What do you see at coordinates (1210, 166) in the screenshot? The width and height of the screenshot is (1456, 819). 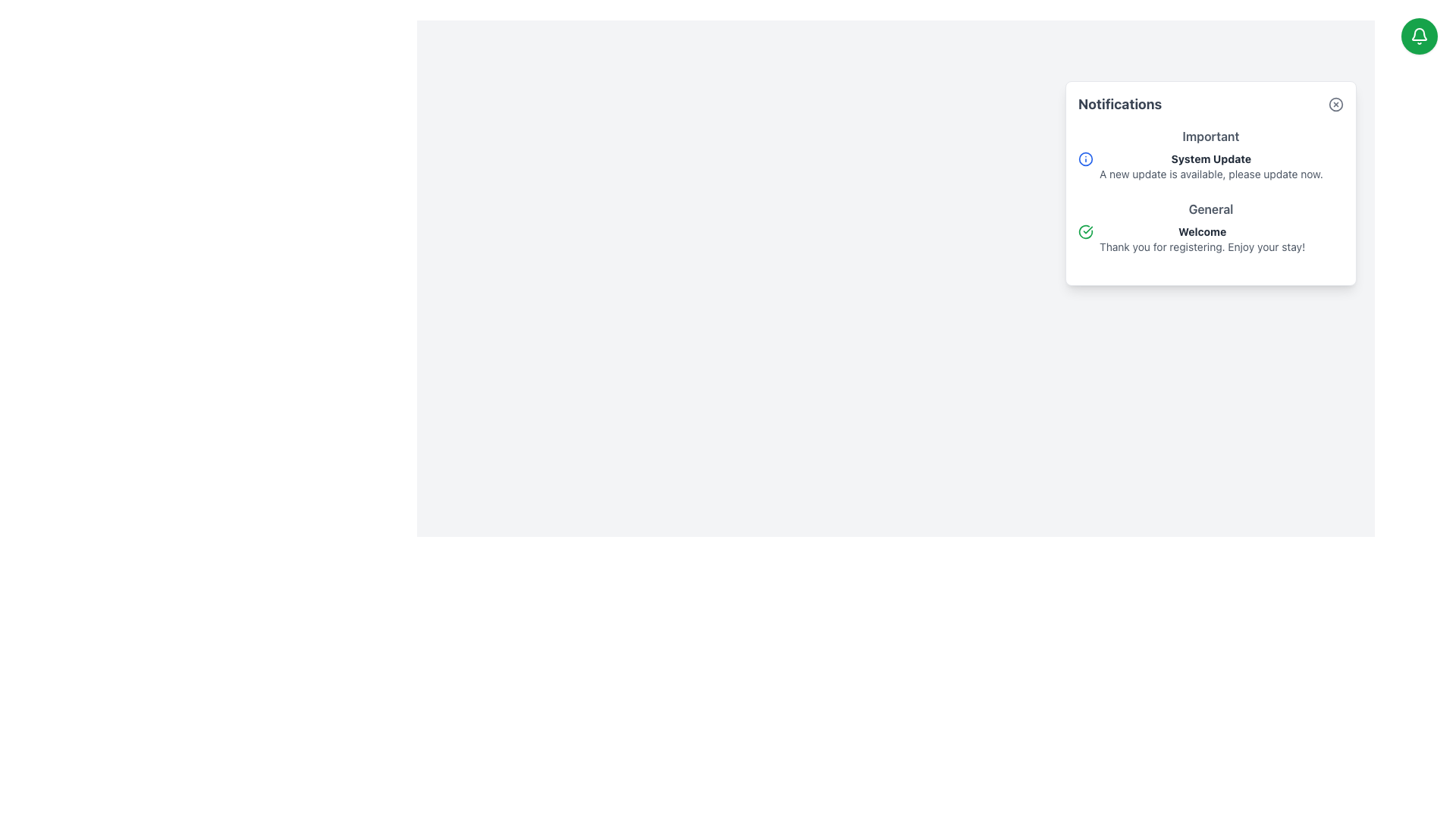 I see `the notification message with bold text 'System Update' located in the 'Important' section of the notification panel` at bounding box center [1210, 166].